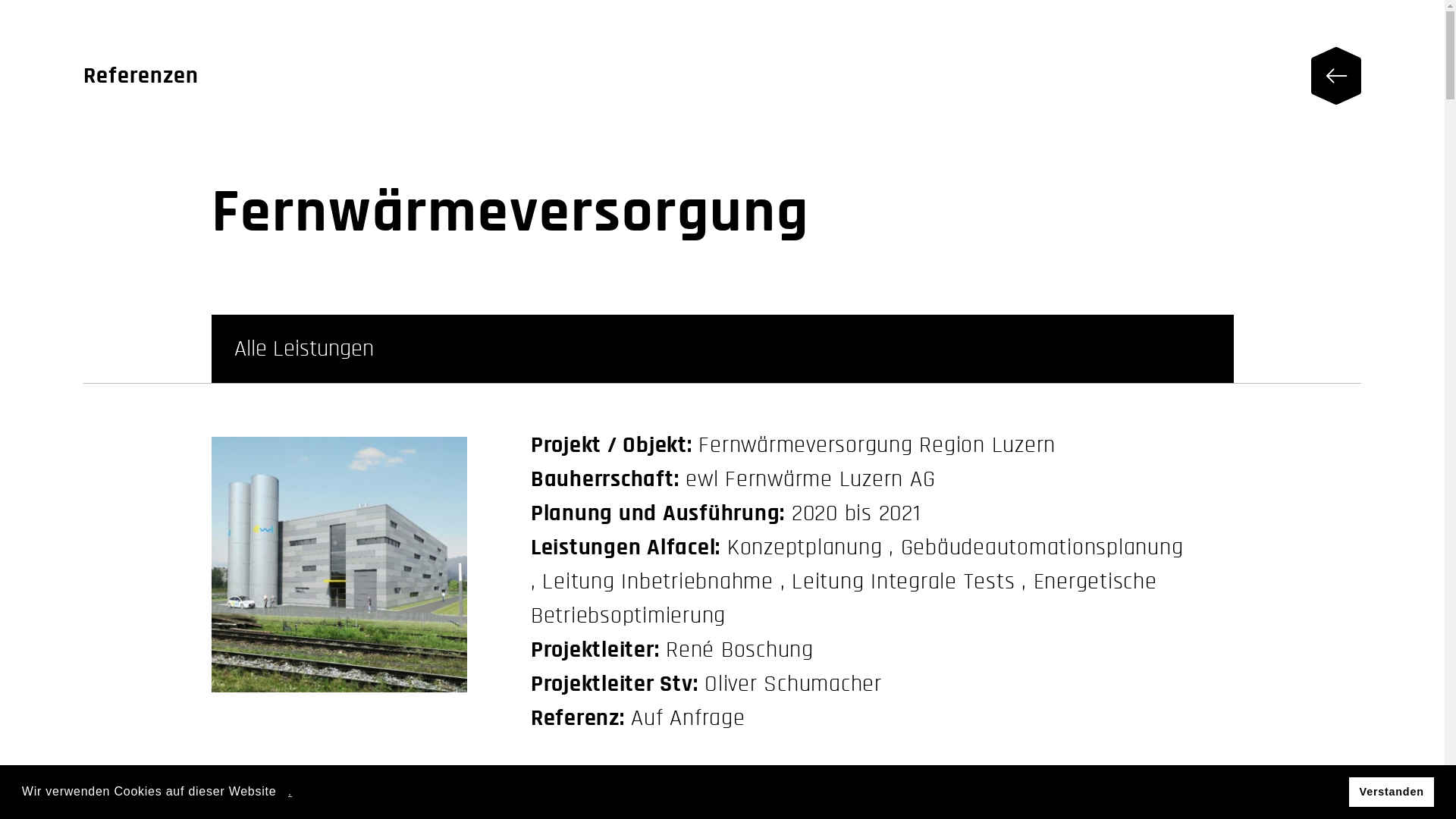 The width and height of the screenshot is (1456, 819). Describe the element at coordinates (290, 790) in the screenshot. I see `'.'` at that location.